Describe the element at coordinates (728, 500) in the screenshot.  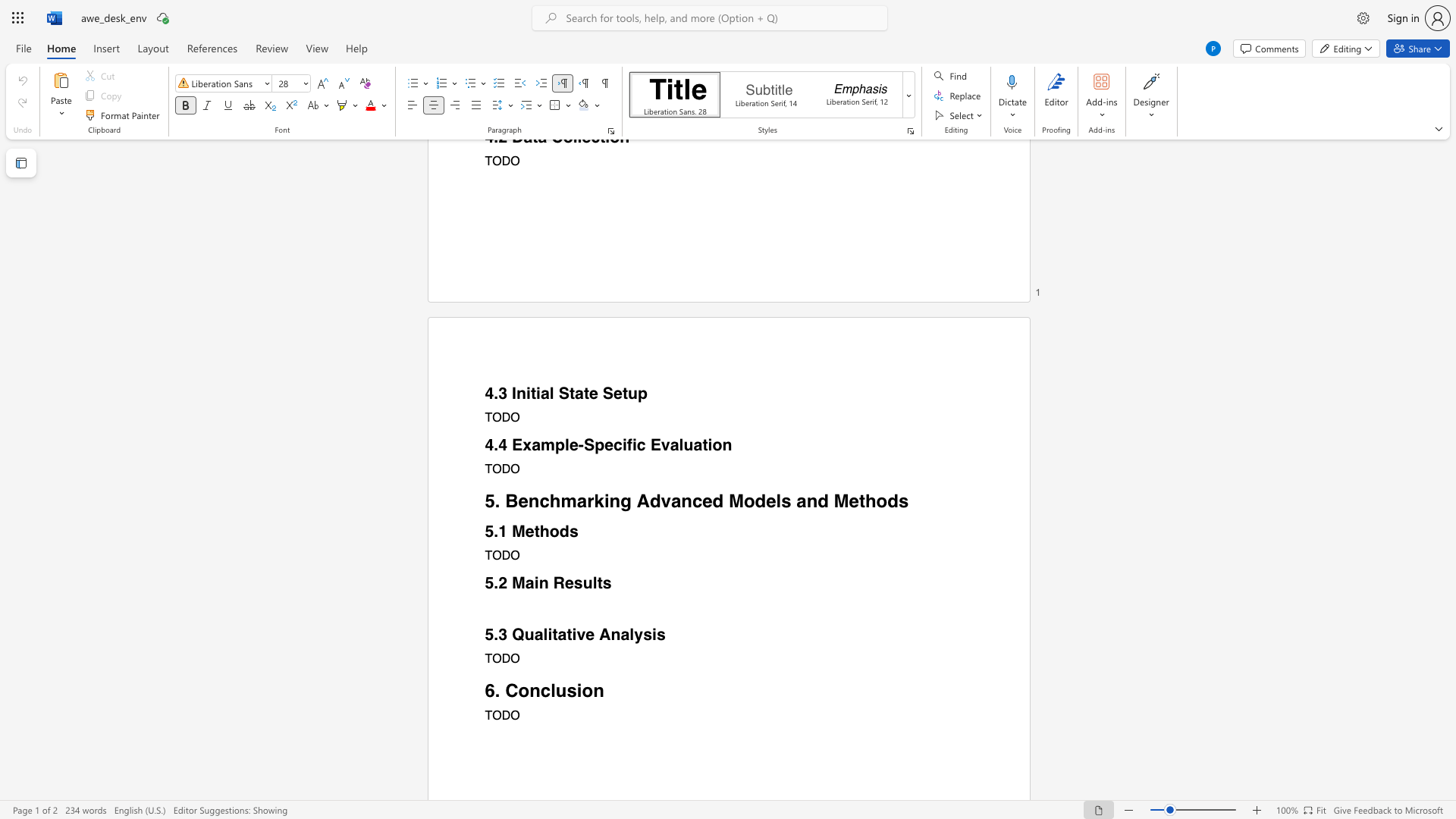
I see `the subset text "Mode" within the text "5. Benchmarking Advanced Models and Methods"` at that location.